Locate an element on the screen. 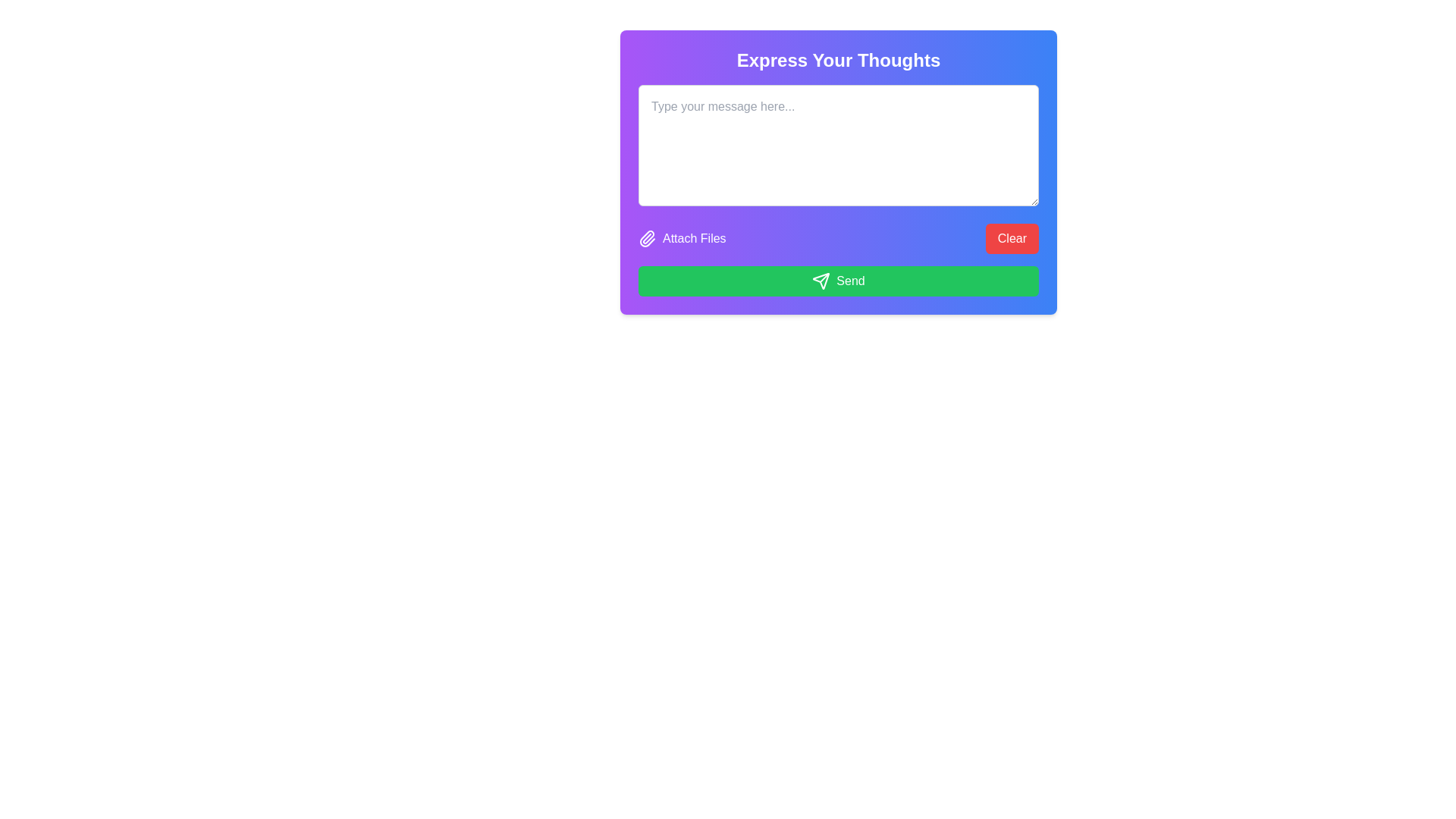 The height and width of the screenshot is (819, 1456). the SVG graphic icon representing a paperclip in the bottom-left corner of the input message field, which indicates the file attachment feature is located at coordinates (647, 239).